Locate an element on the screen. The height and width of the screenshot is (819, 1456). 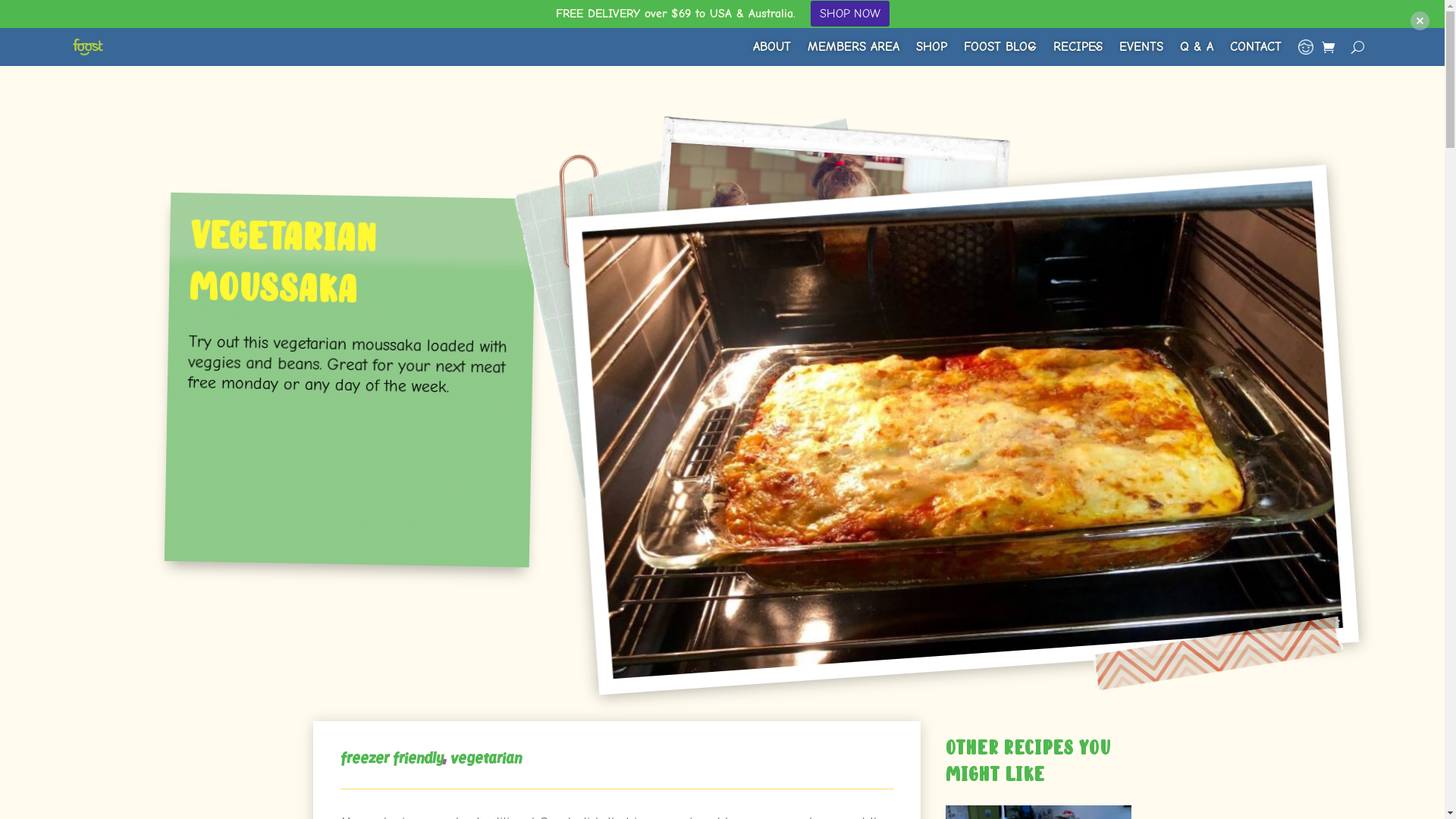
'SHOP' is located at coordinates (930, 45).